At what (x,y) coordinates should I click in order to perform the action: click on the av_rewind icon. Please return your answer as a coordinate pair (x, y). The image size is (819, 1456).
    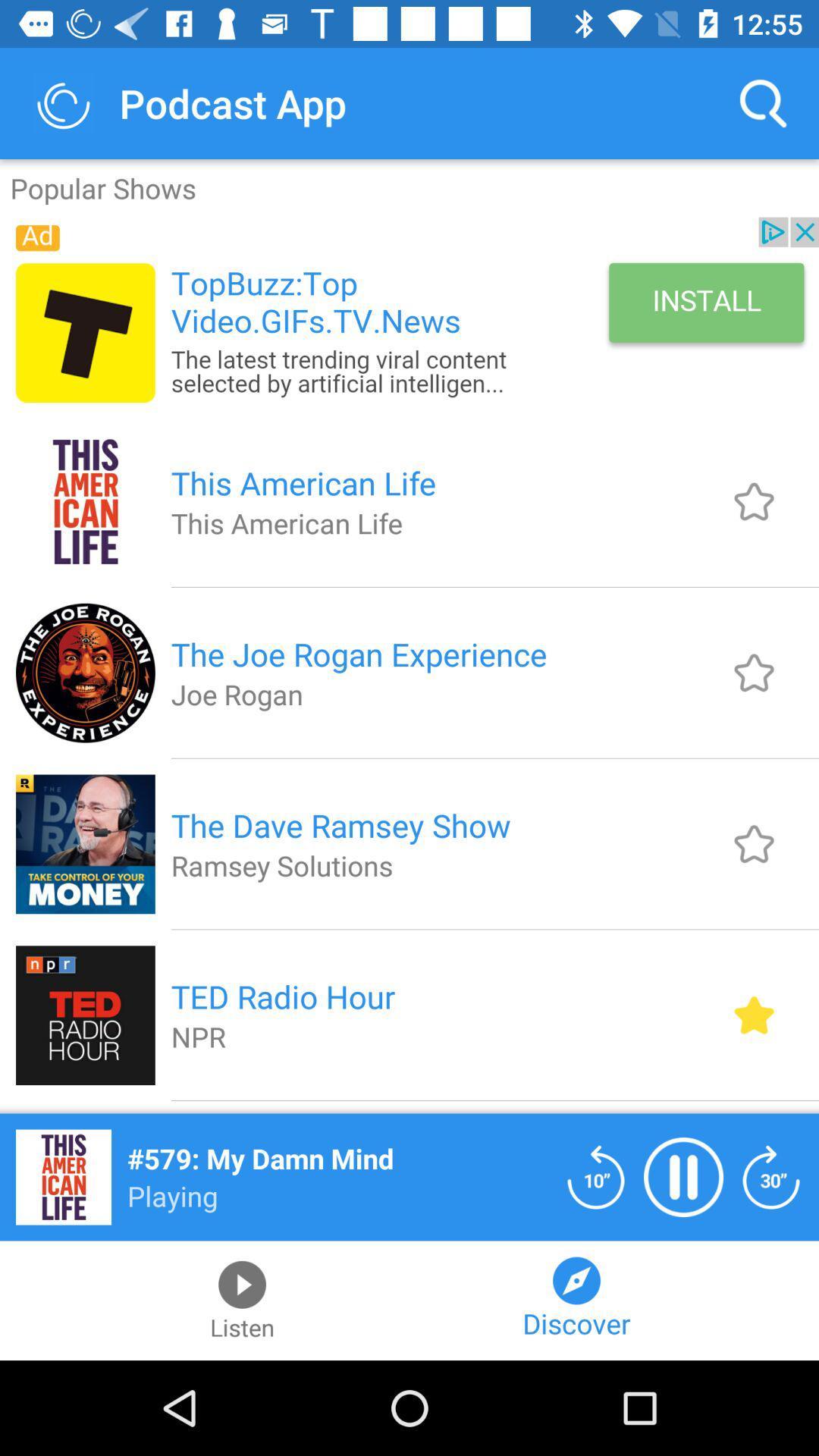
    Looking at the image, I should click on (595, 1176).